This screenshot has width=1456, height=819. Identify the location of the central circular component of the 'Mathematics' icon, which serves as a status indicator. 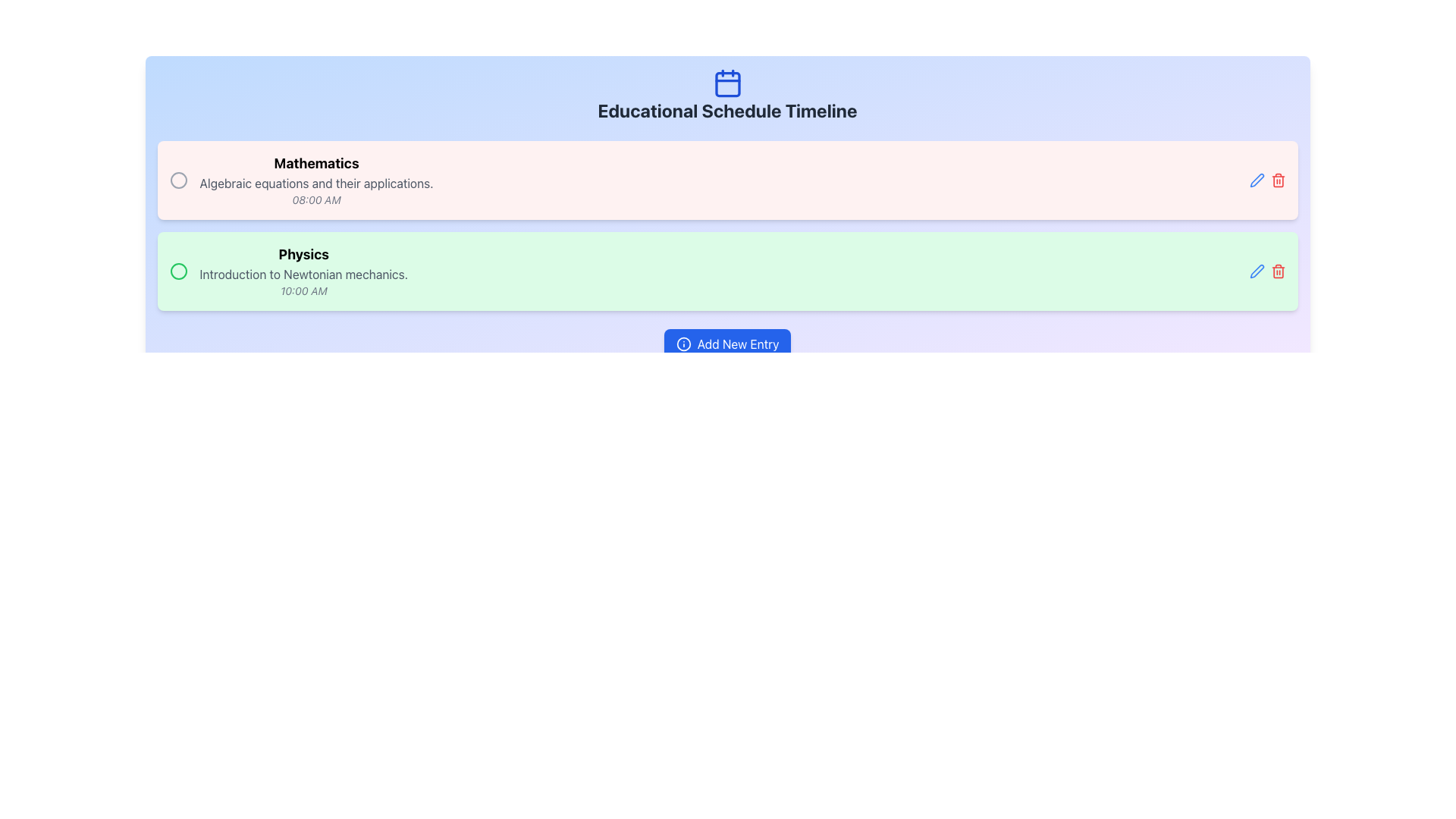
(178, 180).